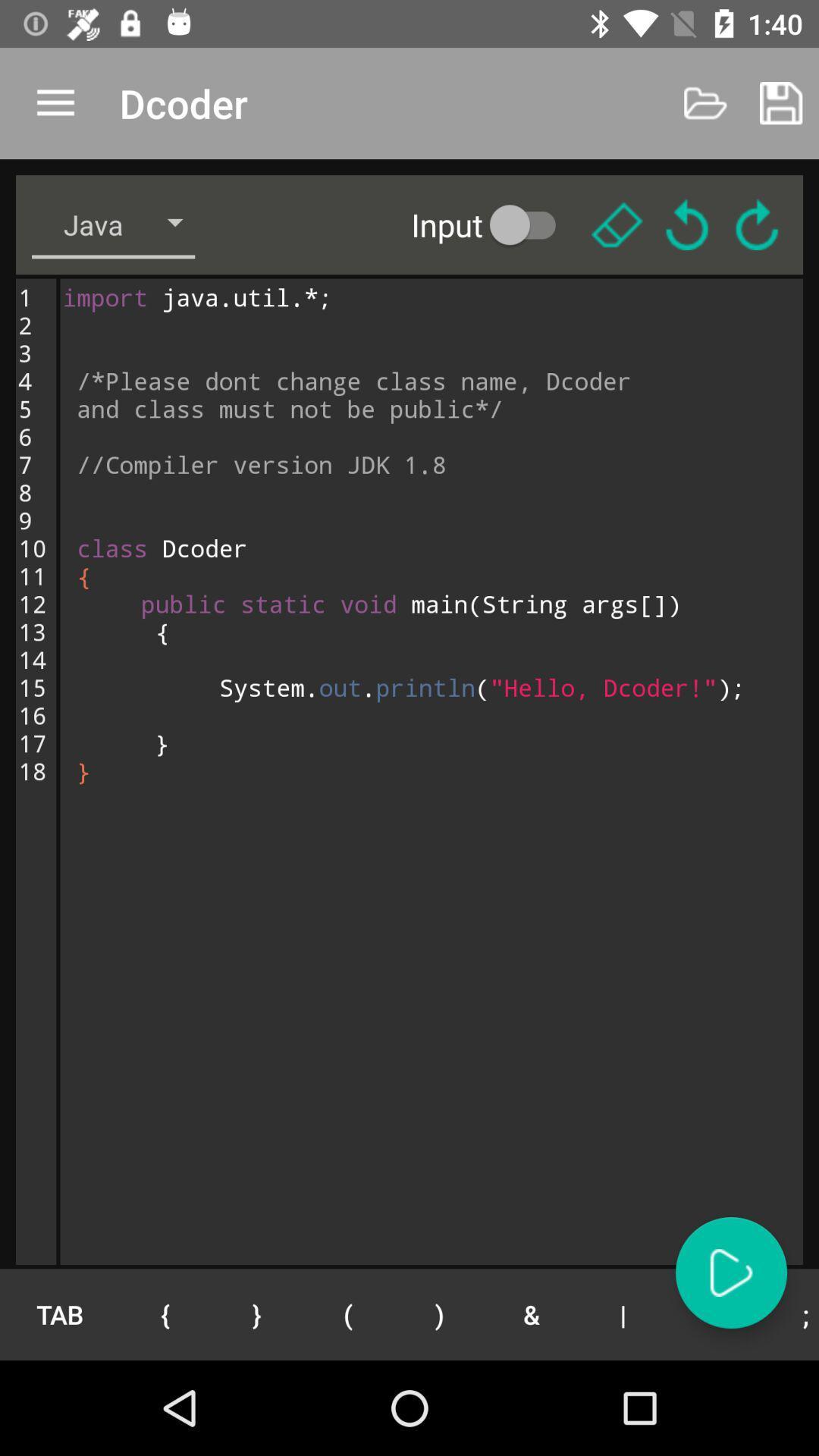  I want to click on run program, so click(730, 1272).